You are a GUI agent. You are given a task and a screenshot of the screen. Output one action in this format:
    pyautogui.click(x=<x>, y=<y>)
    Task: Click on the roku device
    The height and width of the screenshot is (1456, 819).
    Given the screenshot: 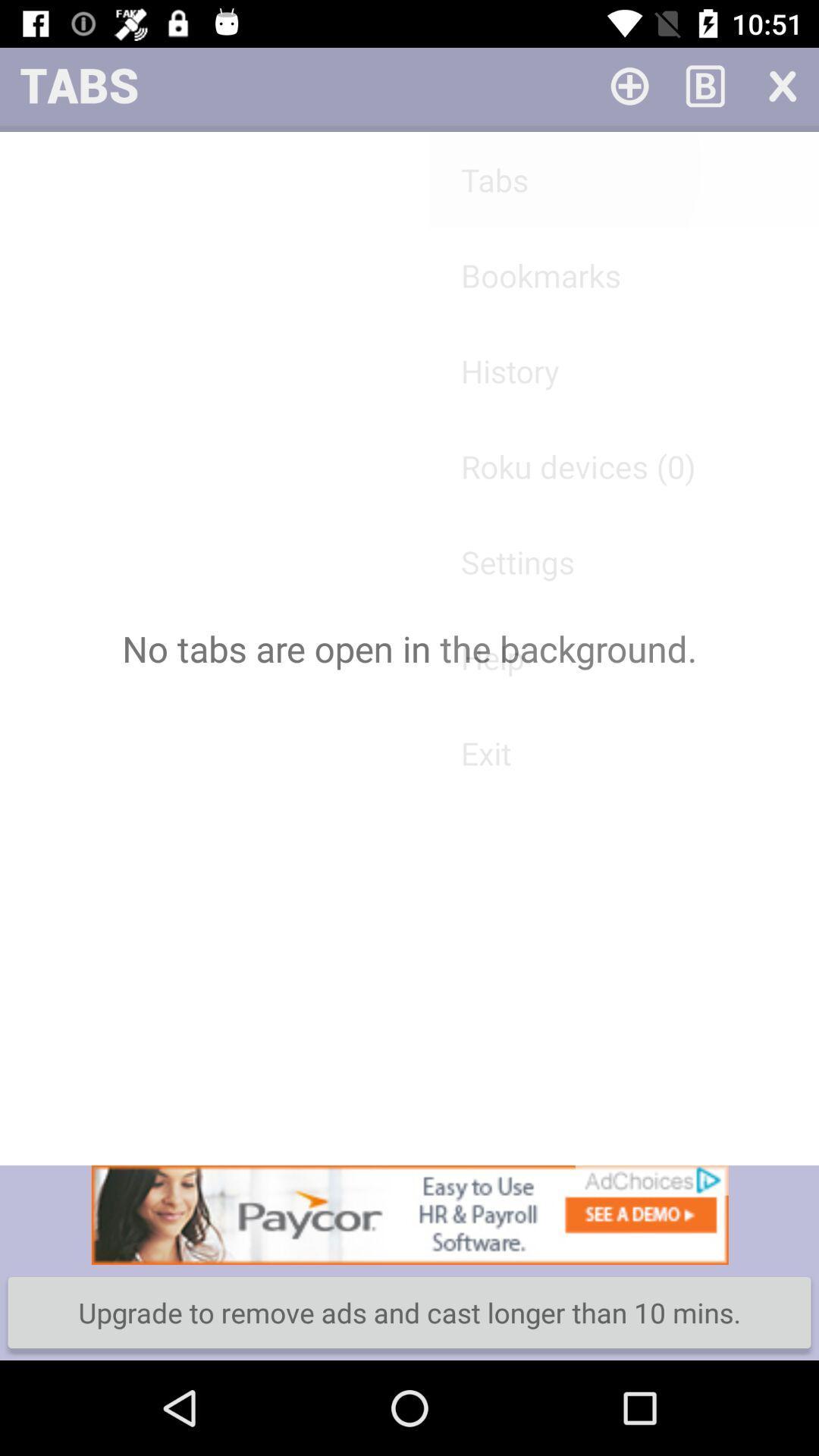 What is the action you would take?
    pyautogui.click(x=629, y=84)
    